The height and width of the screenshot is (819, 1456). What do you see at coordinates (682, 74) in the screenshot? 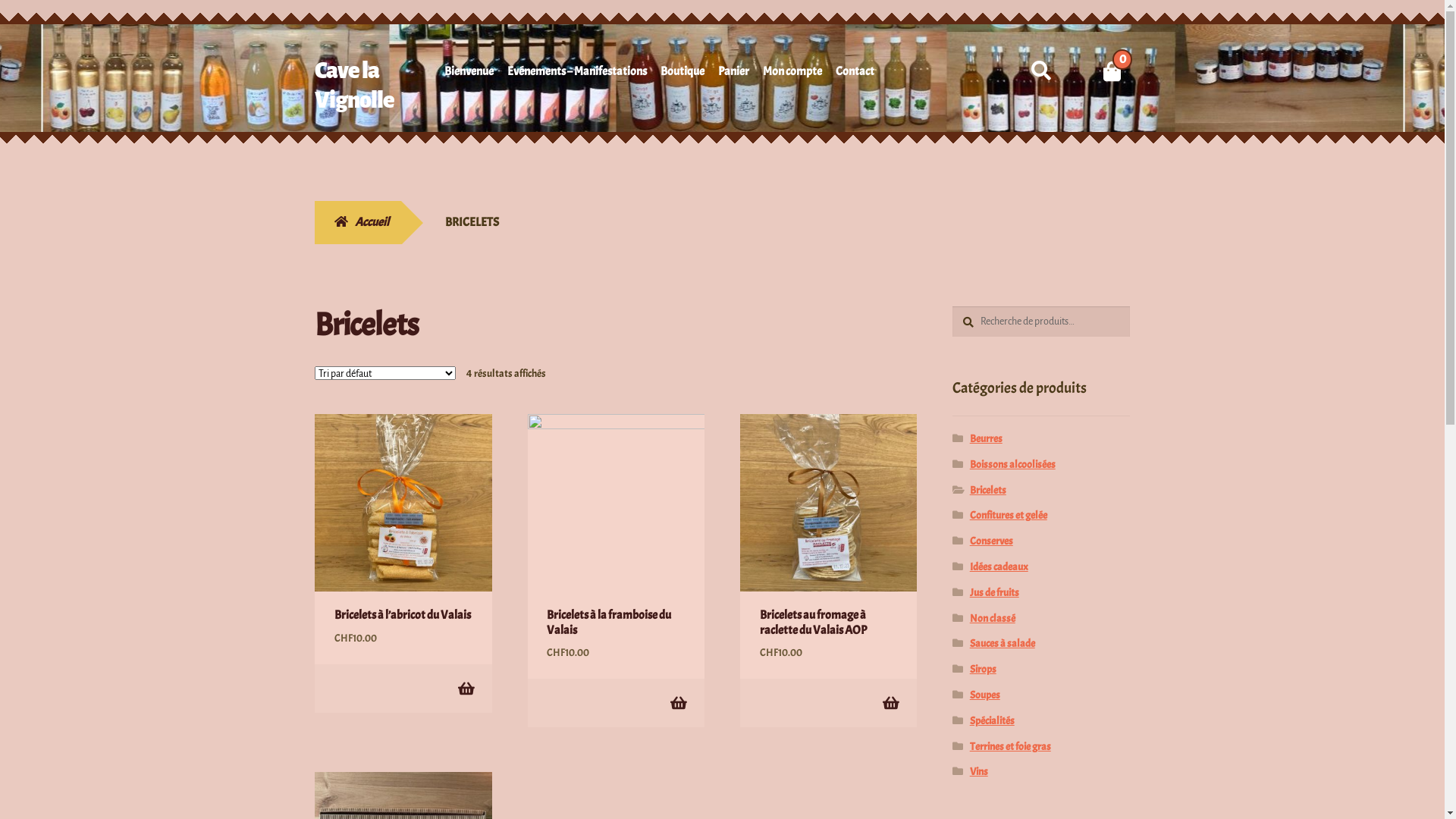
I see `'Boutique'` at bounding box center [682, 74].